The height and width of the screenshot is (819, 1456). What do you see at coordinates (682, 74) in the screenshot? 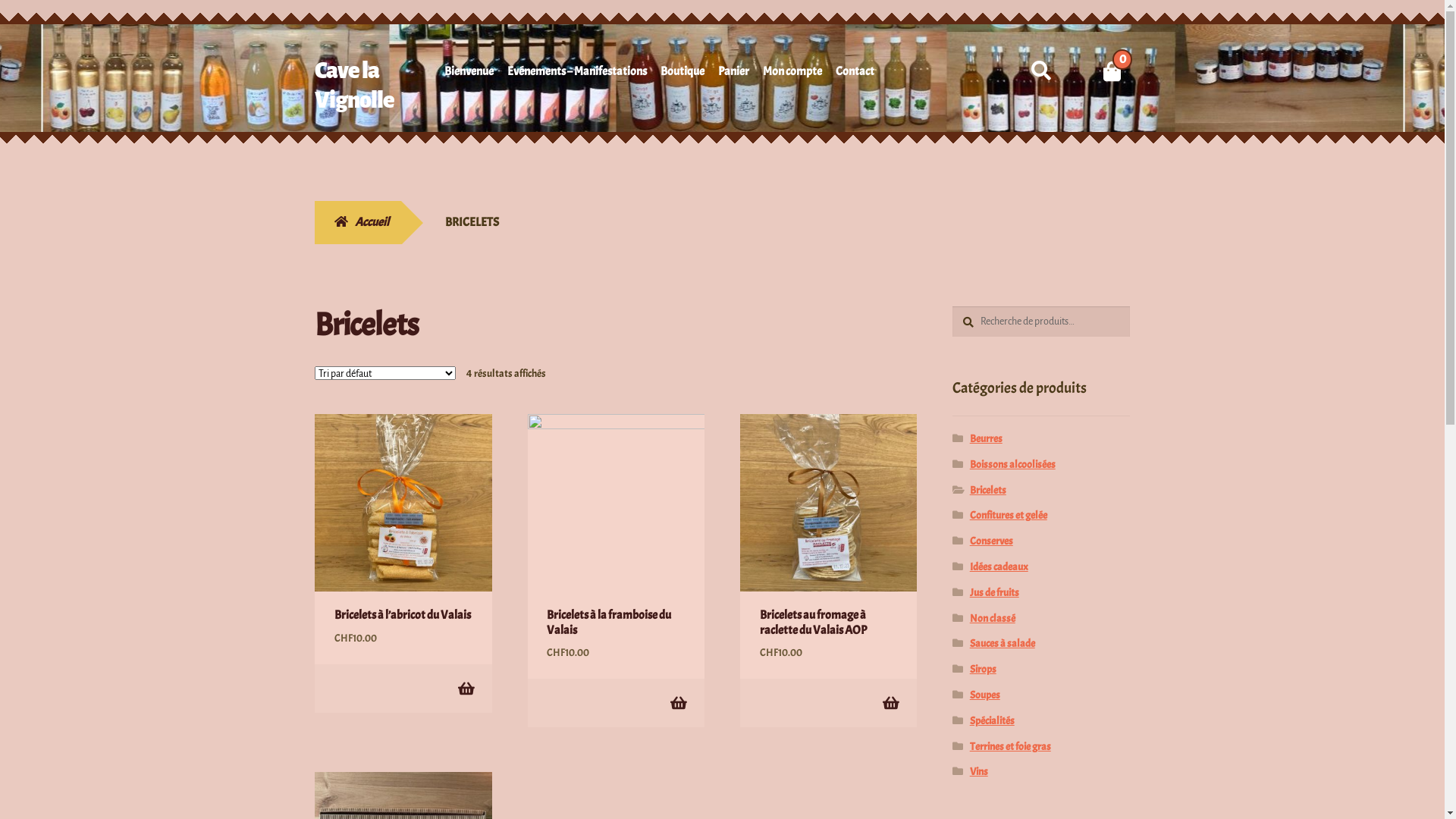
I see `'Boutique'` at bounding box center [682, 74].